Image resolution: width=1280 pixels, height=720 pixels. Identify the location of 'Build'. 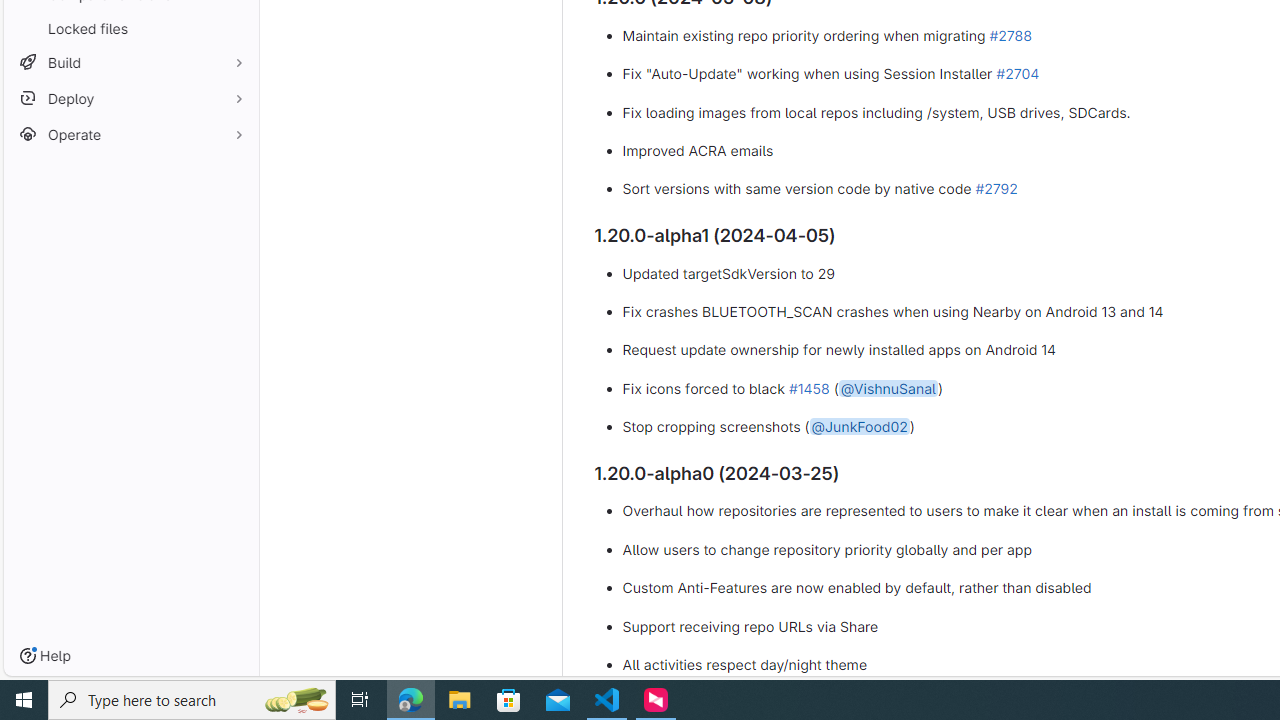
(130, 61).